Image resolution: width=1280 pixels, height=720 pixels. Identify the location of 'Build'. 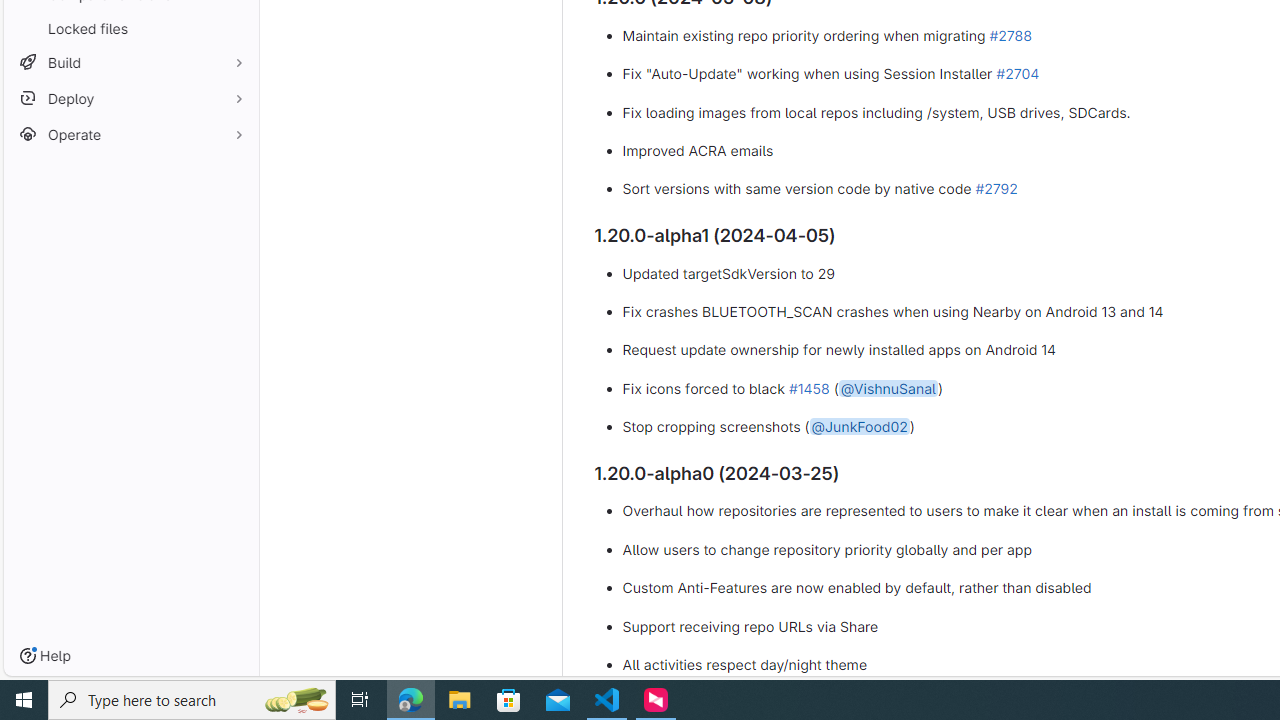
(130, 61).